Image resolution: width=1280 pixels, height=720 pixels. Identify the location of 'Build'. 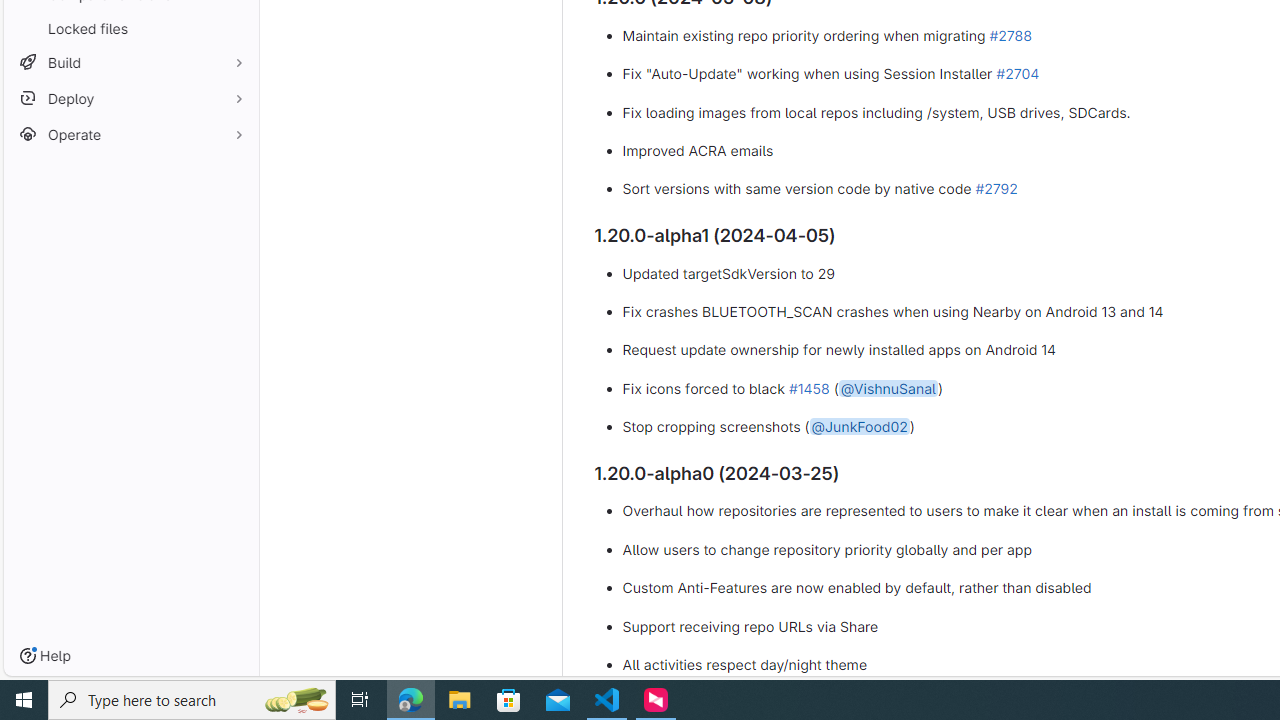
(130, 61).